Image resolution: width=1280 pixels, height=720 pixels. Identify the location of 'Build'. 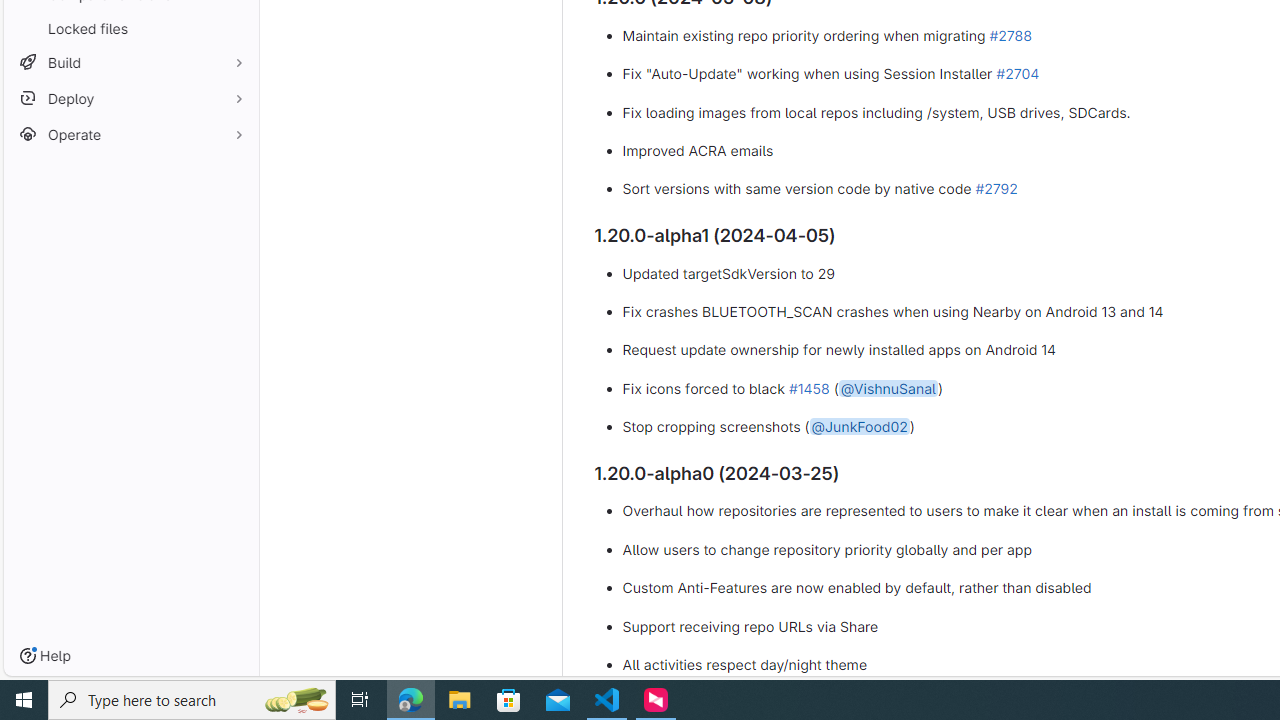
(130, 61).